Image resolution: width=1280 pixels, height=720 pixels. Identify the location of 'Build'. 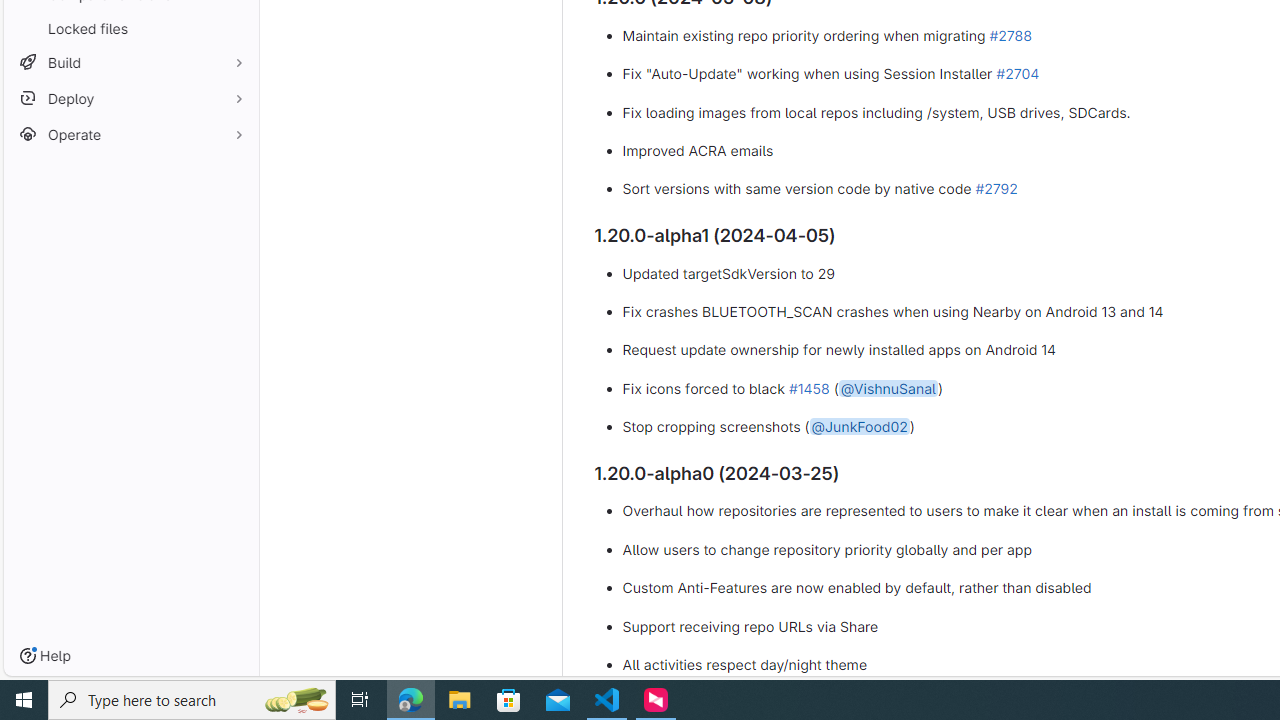
(130, 61).